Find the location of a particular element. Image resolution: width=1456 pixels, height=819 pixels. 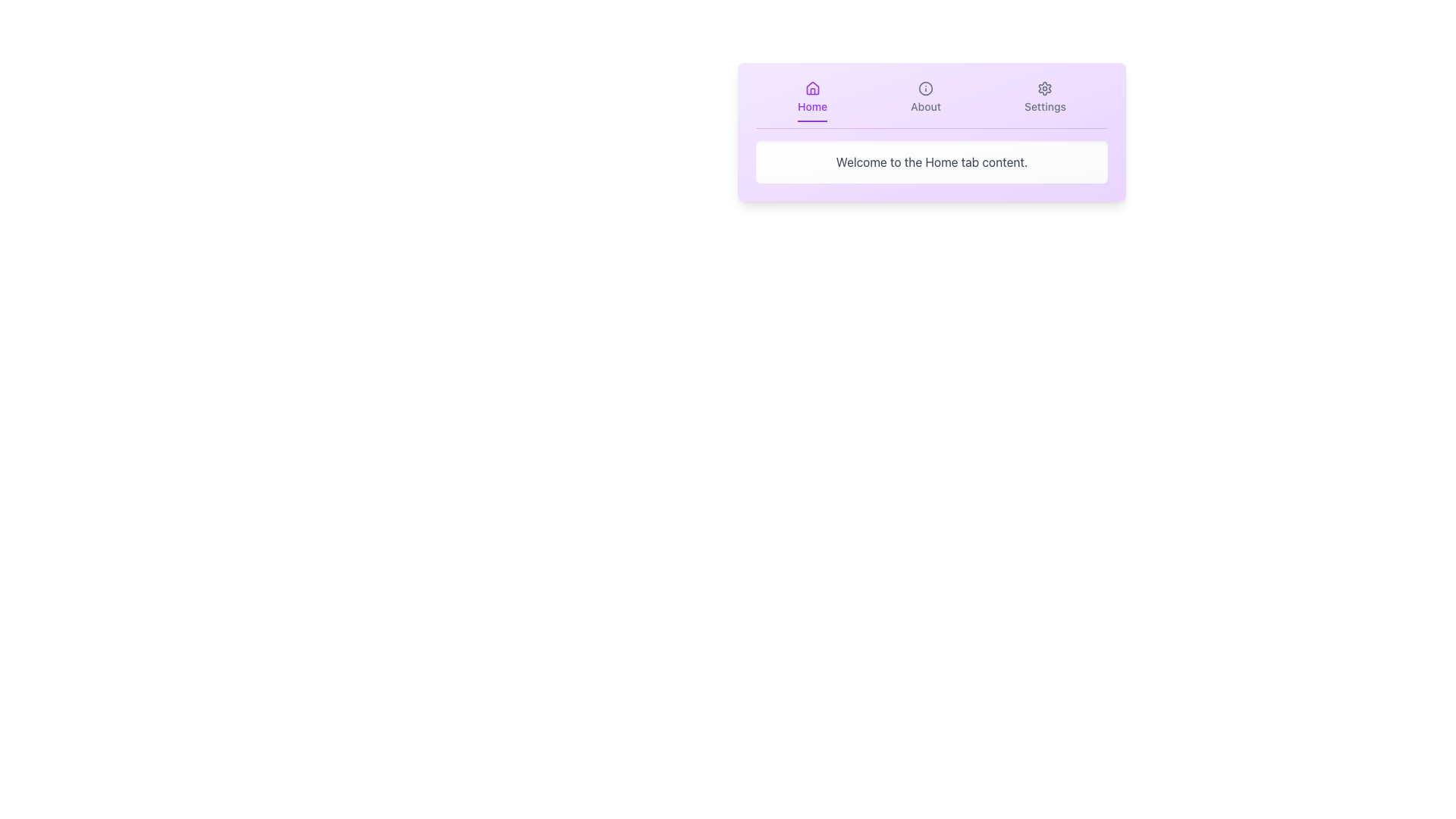

the 'Home' icon in the navigation menu is located at coordinates (811, 88).